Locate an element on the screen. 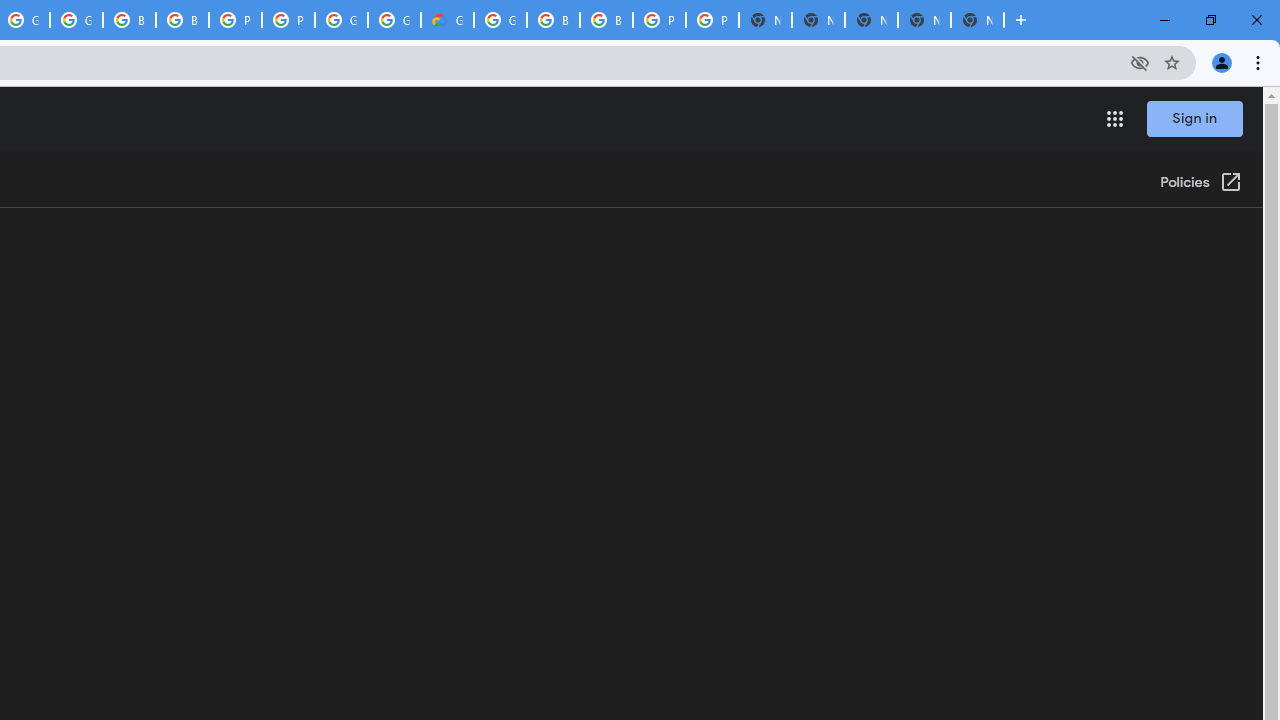  'New Tab' is located at coordinates (977, 20).